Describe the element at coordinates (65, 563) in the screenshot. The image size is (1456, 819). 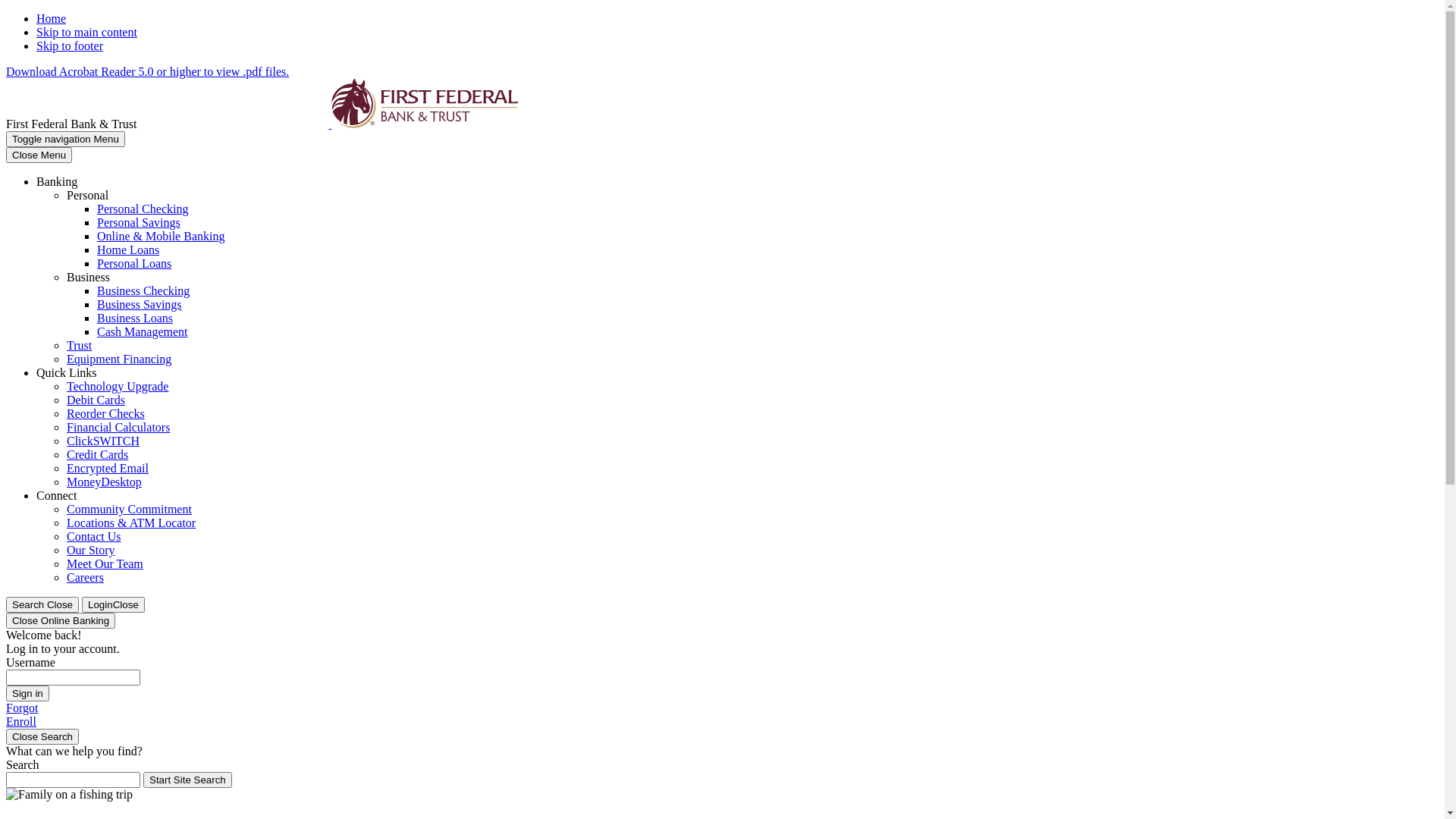
I see `'Meet Our Team'` at that location.